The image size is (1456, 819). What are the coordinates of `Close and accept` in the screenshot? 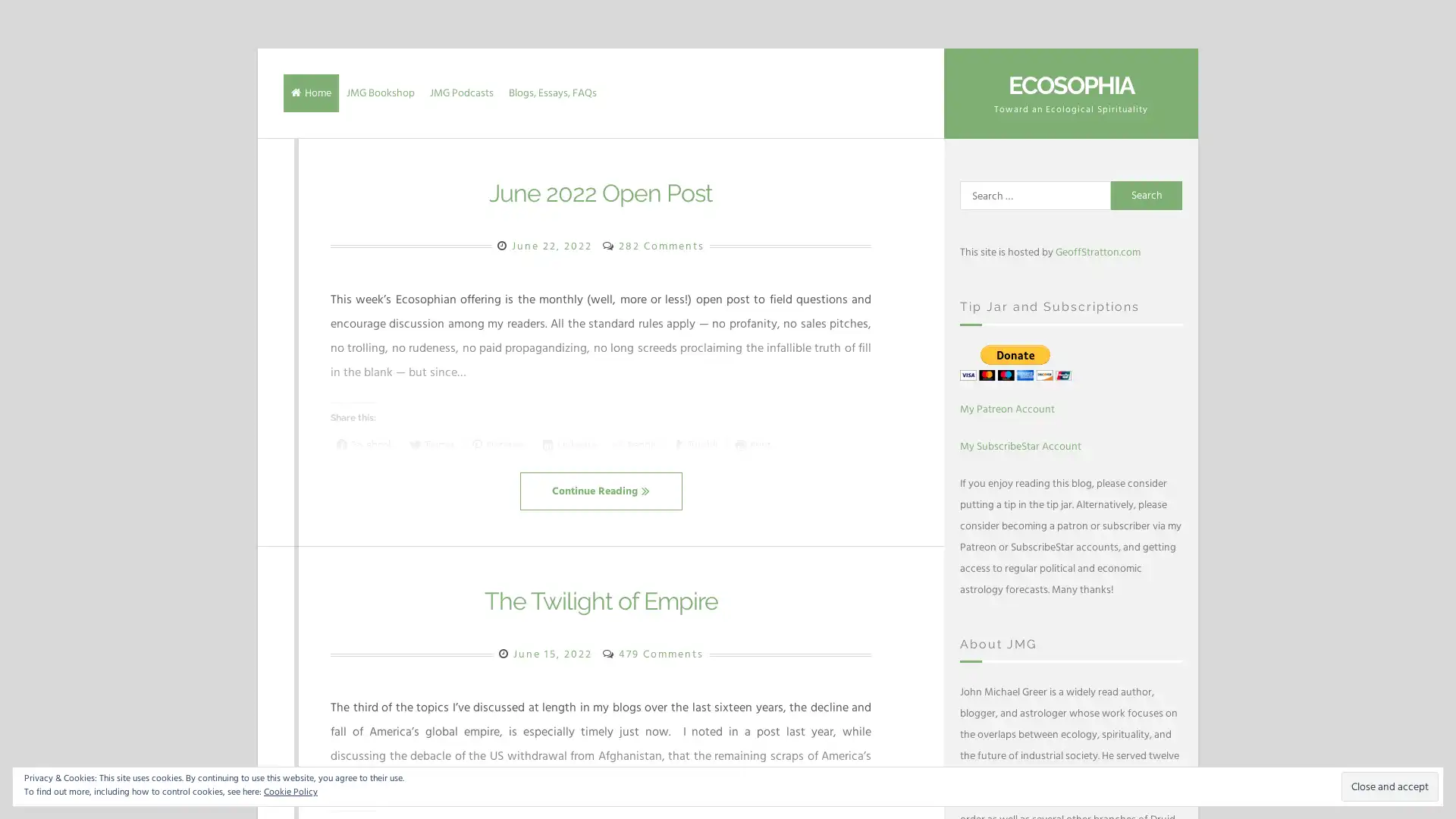 It's located at (1390, 786).